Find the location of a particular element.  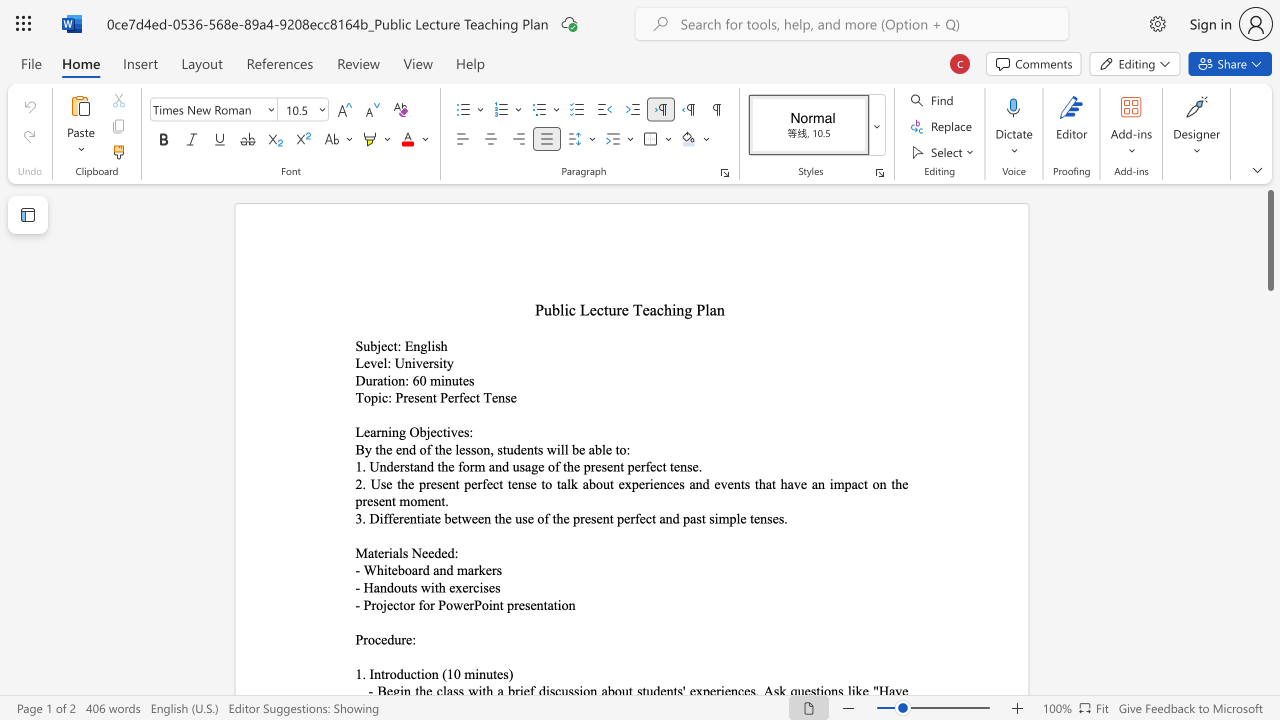

the 2th character "h" in the text is located at coordinates (441, 448).